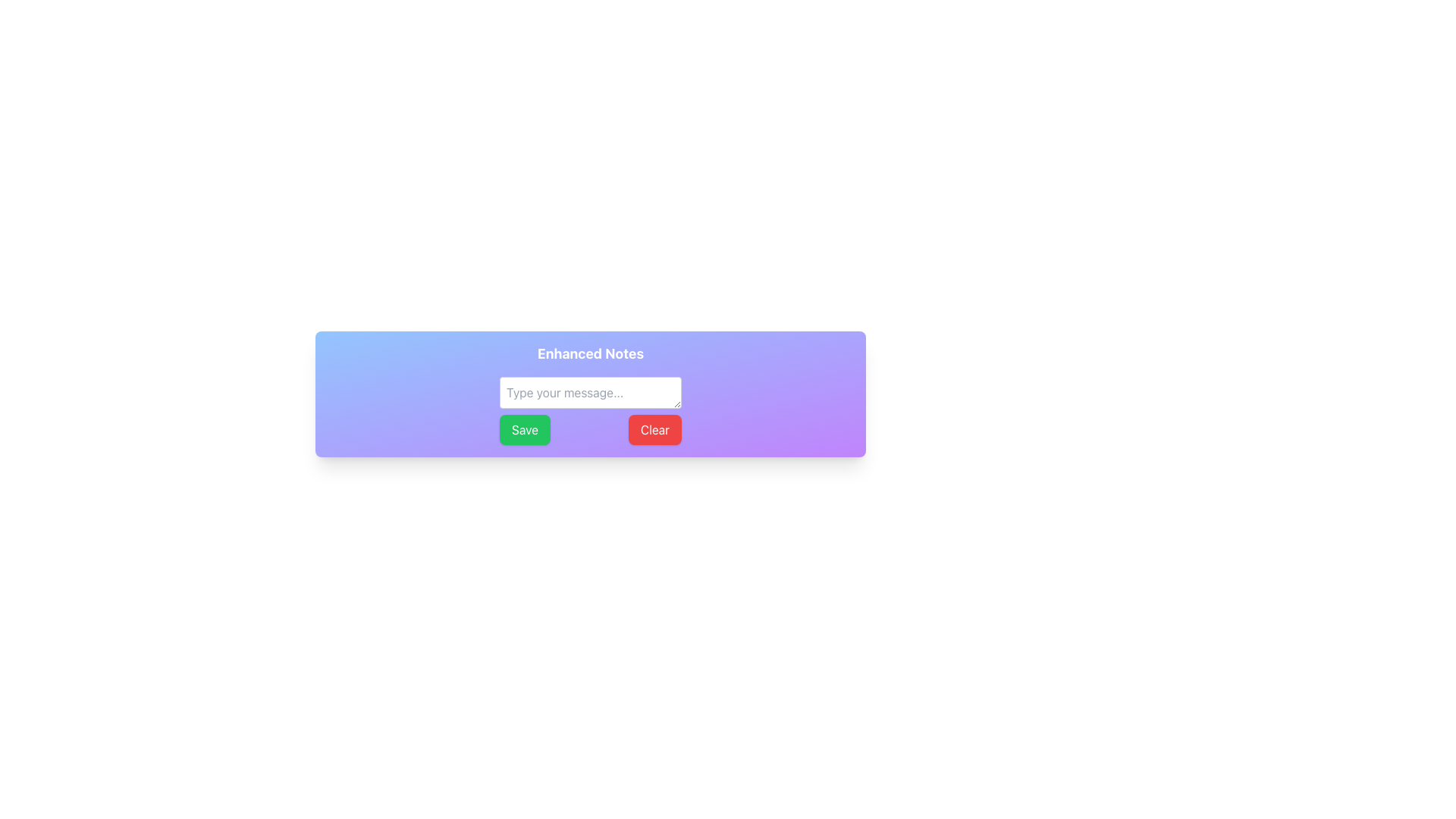 Image resolution: width=1456 pixels, height=819 pixels. I want to click on the 'Save' button located to the left of the red 'Clear' button, positioned centrally below the 'Enhanced Notes' text input field, so click(525, 430).